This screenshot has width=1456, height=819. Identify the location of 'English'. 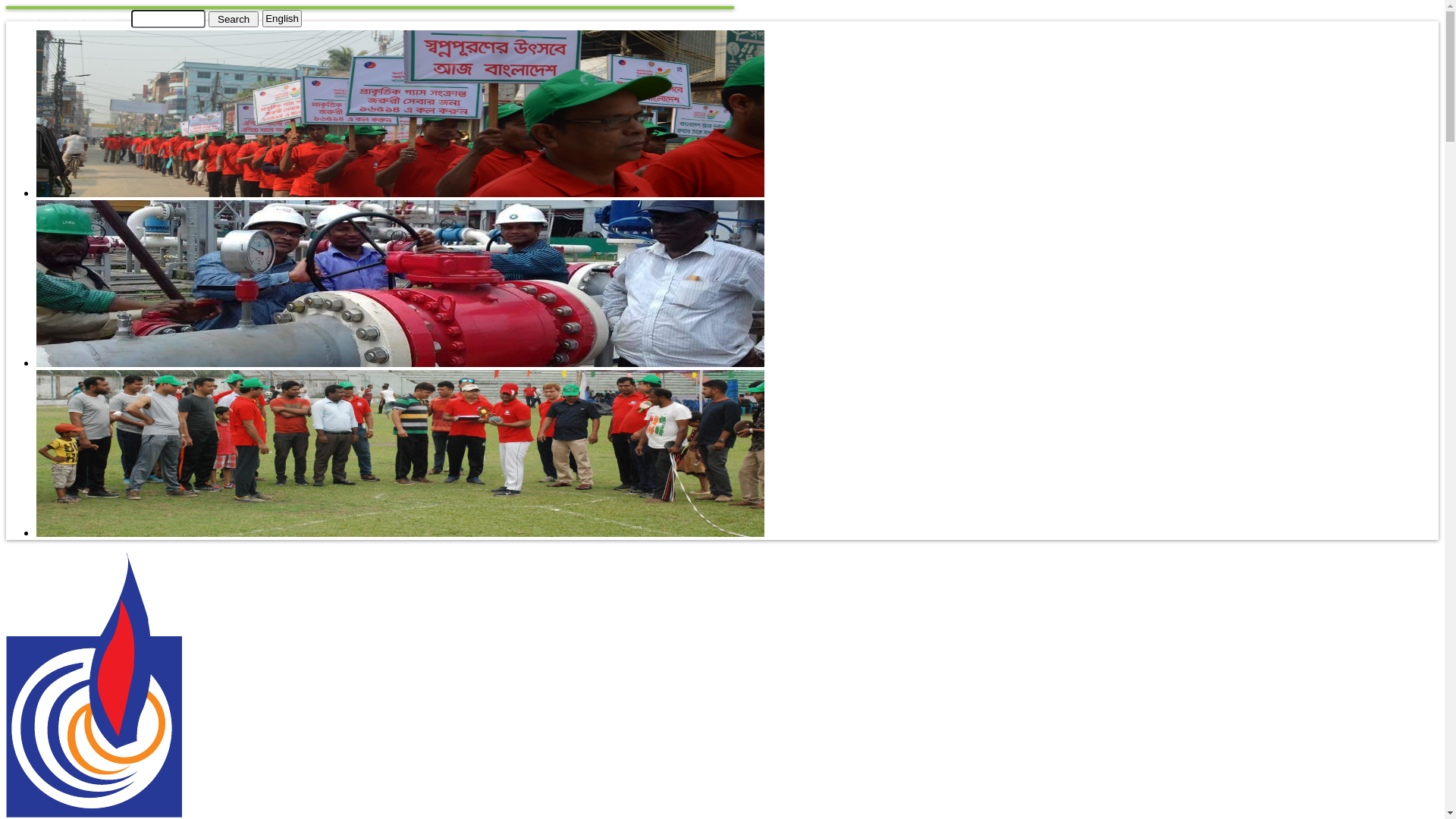
(282, 18).